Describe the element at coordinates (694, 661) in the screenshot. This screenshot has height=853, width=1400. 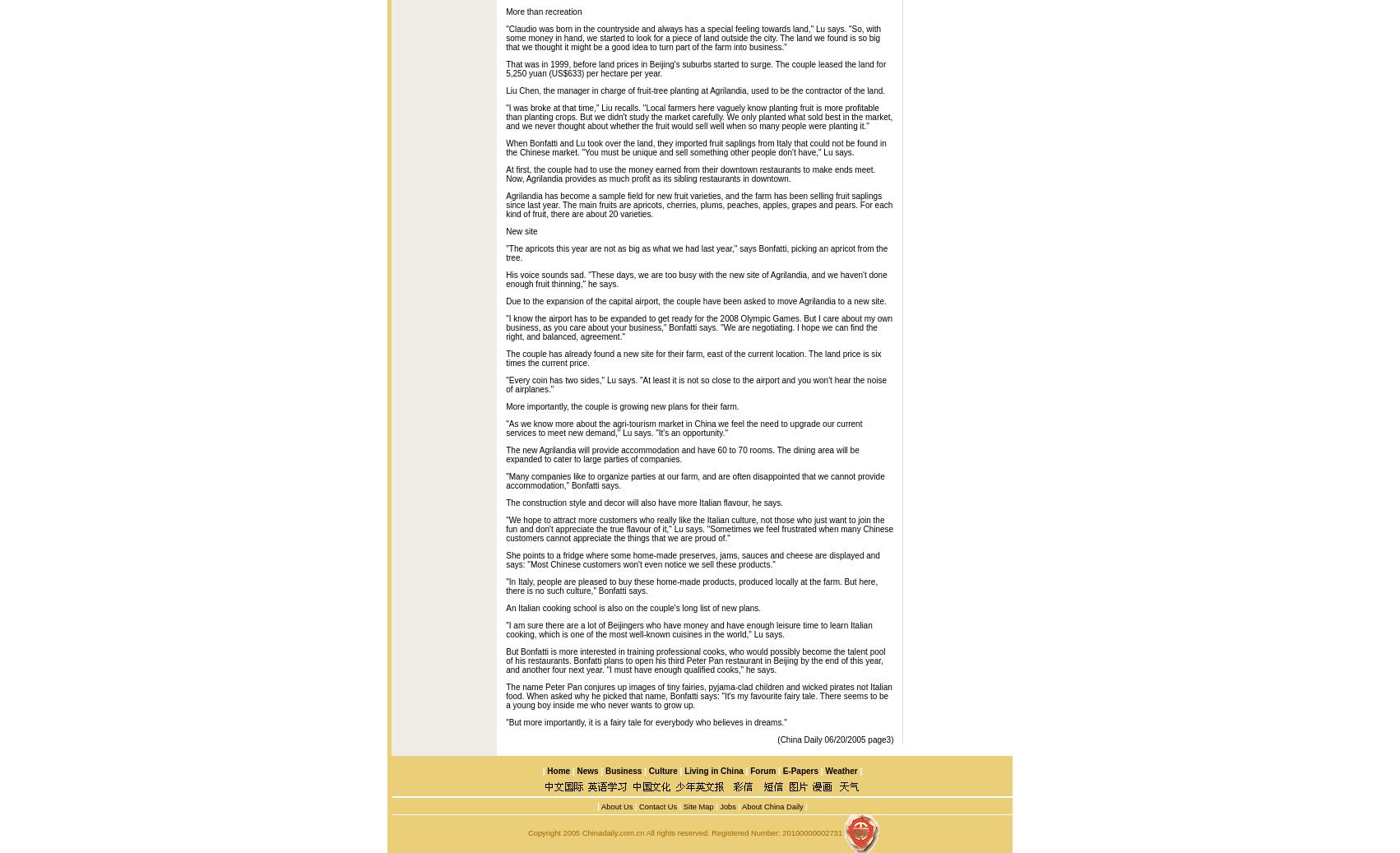
I see `'But Bonfatti is more interested in training professional cooks, who would possibly become the talent pool of his restaurants. Bonfatti plans to open his third Peter Pan restaurant in Beijing by the end of this year, and another four next year. "I must have enough qualified cooks," he says.'` at that location.